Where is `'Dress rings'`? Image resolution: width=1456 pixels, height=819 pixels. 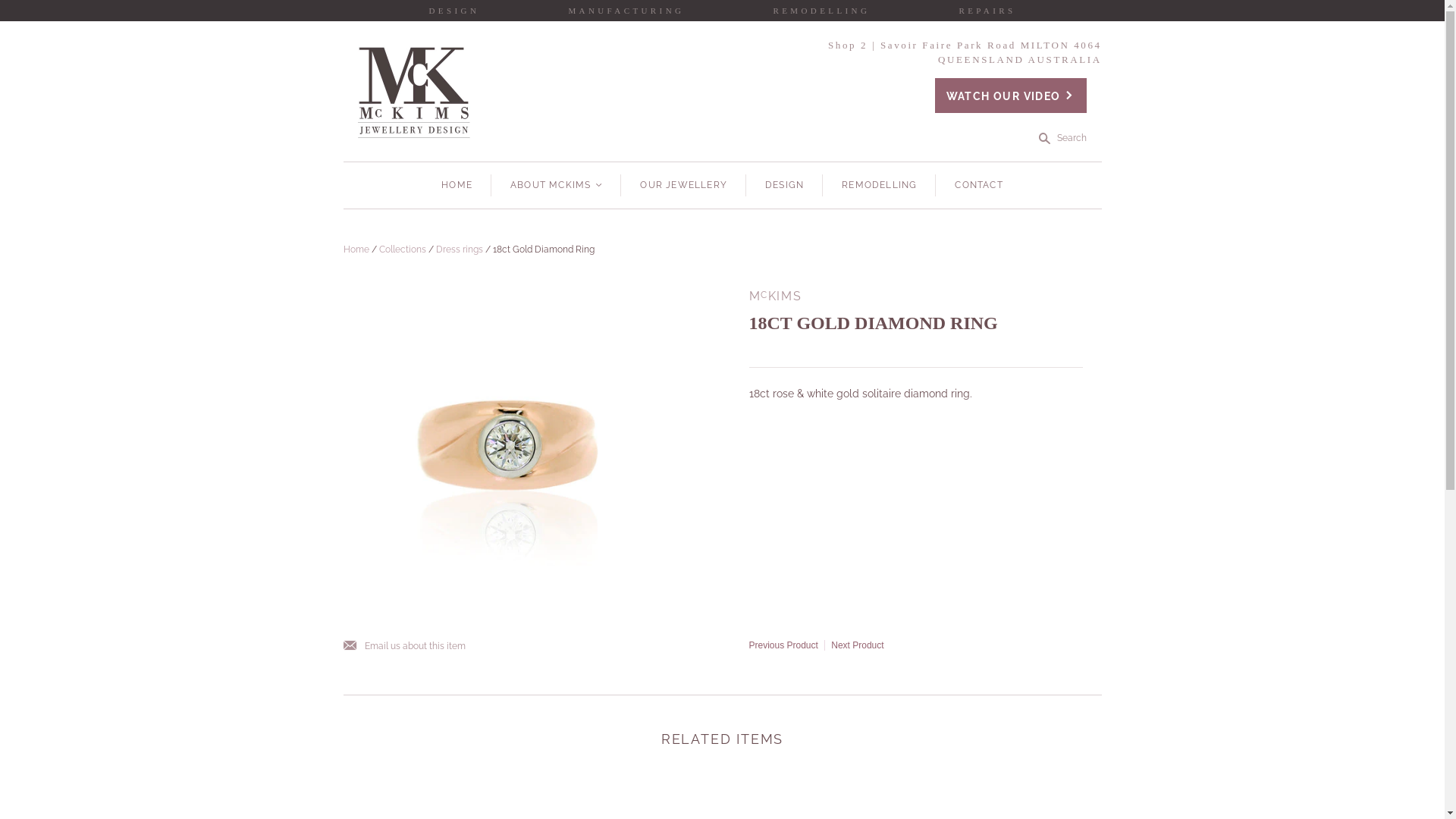
'Dress rings' is located at coordinates (435, 248).